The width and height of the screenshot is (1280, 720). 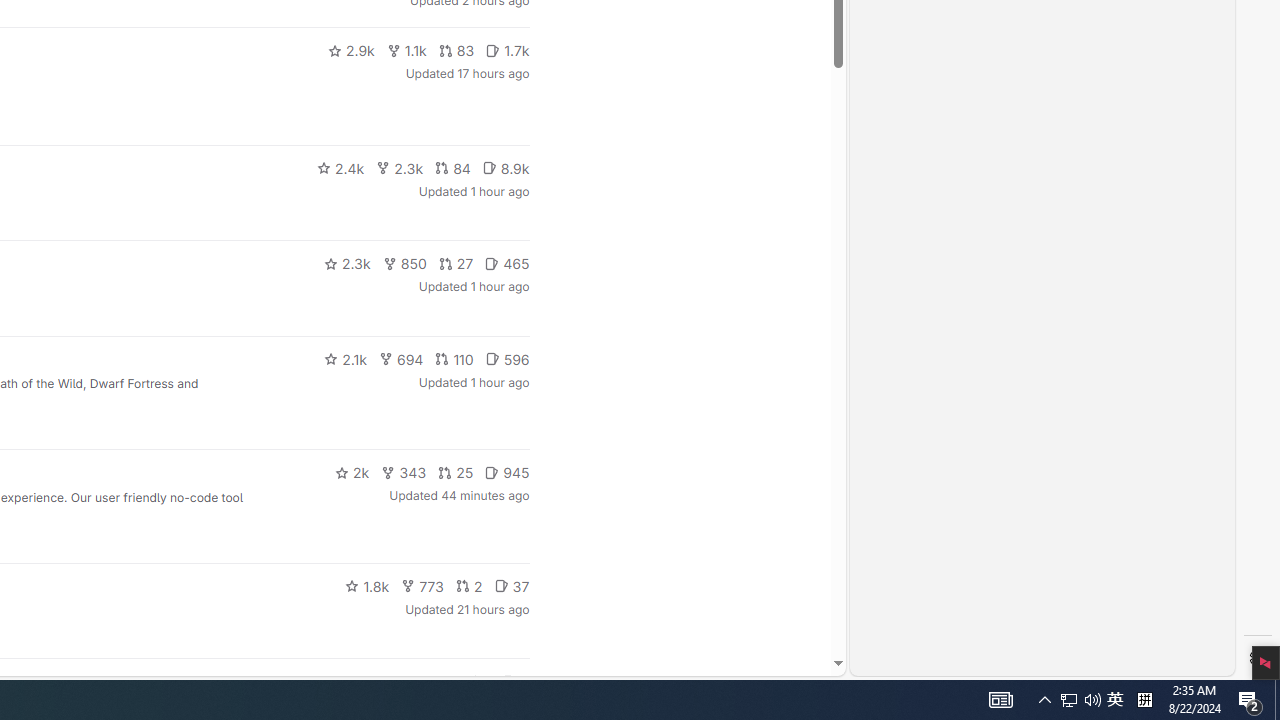 What do you see at coordinates (340, 167) in the screenshot?
I see `'2.4k'` at bounding box center [340, 167].